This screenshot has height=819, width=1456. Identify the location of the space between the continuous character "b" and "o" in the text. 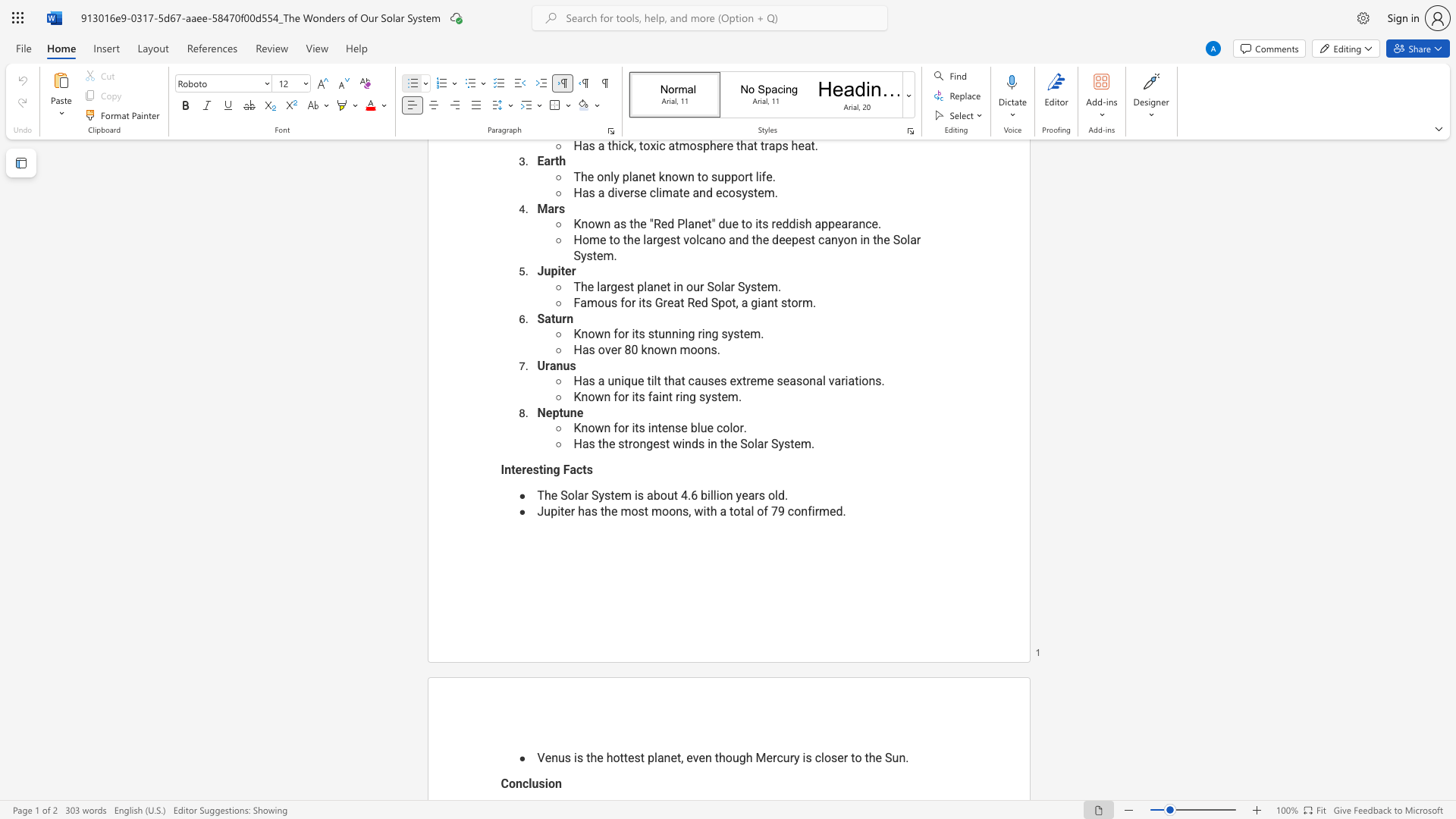
(660, 495).